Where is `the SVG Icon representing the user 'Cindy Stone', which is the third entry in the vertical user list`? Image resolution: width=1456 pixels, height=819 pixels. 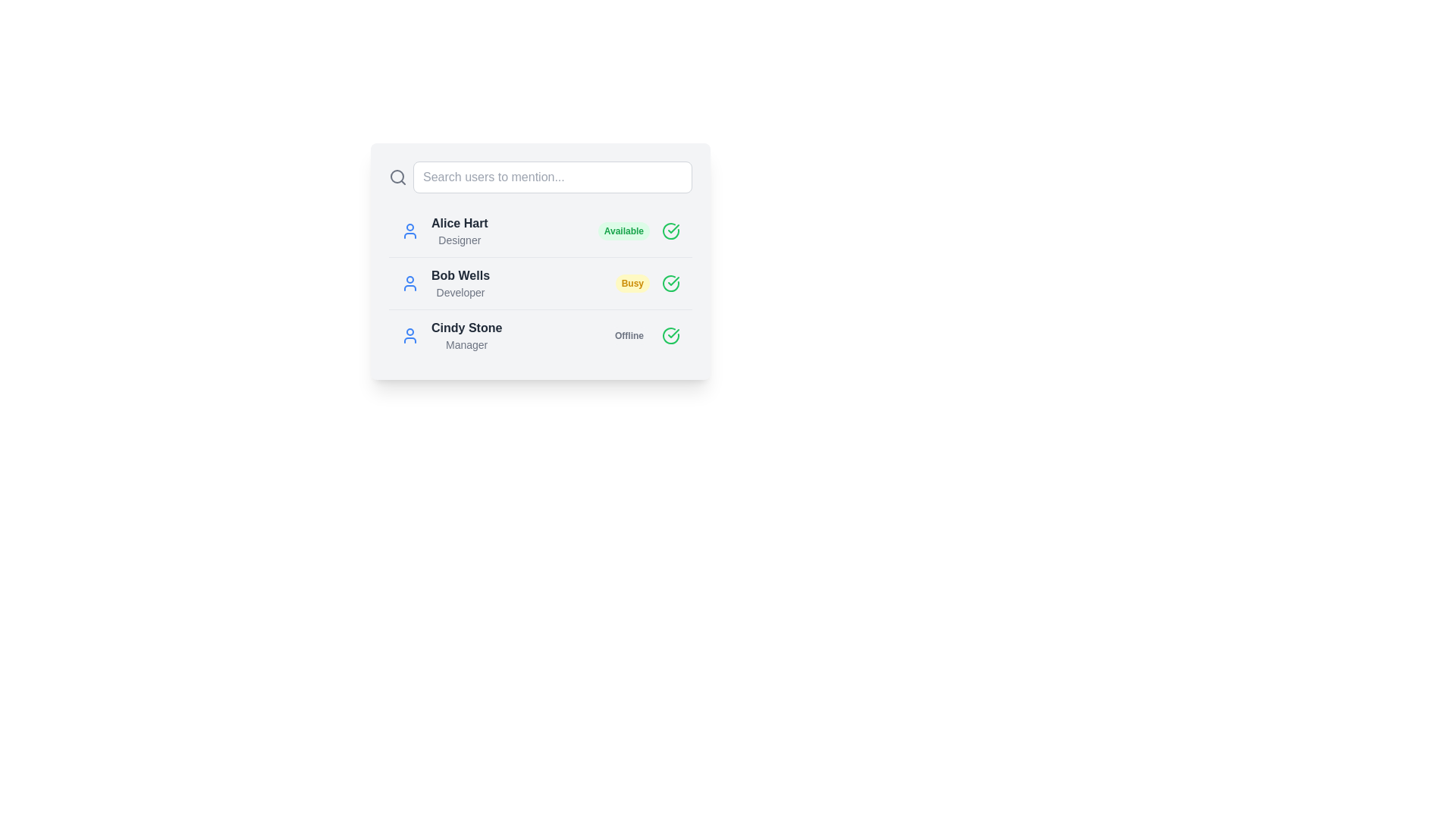 the SVG Icon representing the user 'Cindy Stone', which is the third entry in the vertical user list is located at coordinates (410, 335).